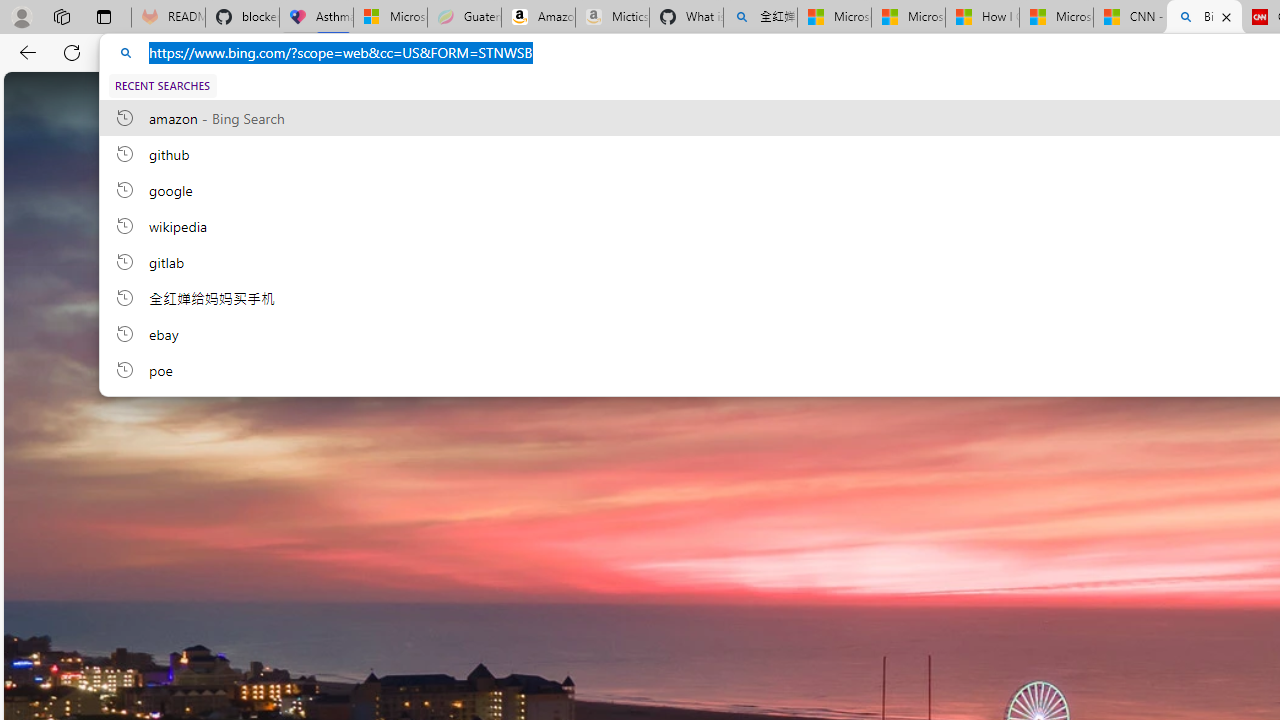  Describe the element at coordinates (982, 17) in the screenshot. I see `'How I Got Rid of Microsoft Edge'` at that location.